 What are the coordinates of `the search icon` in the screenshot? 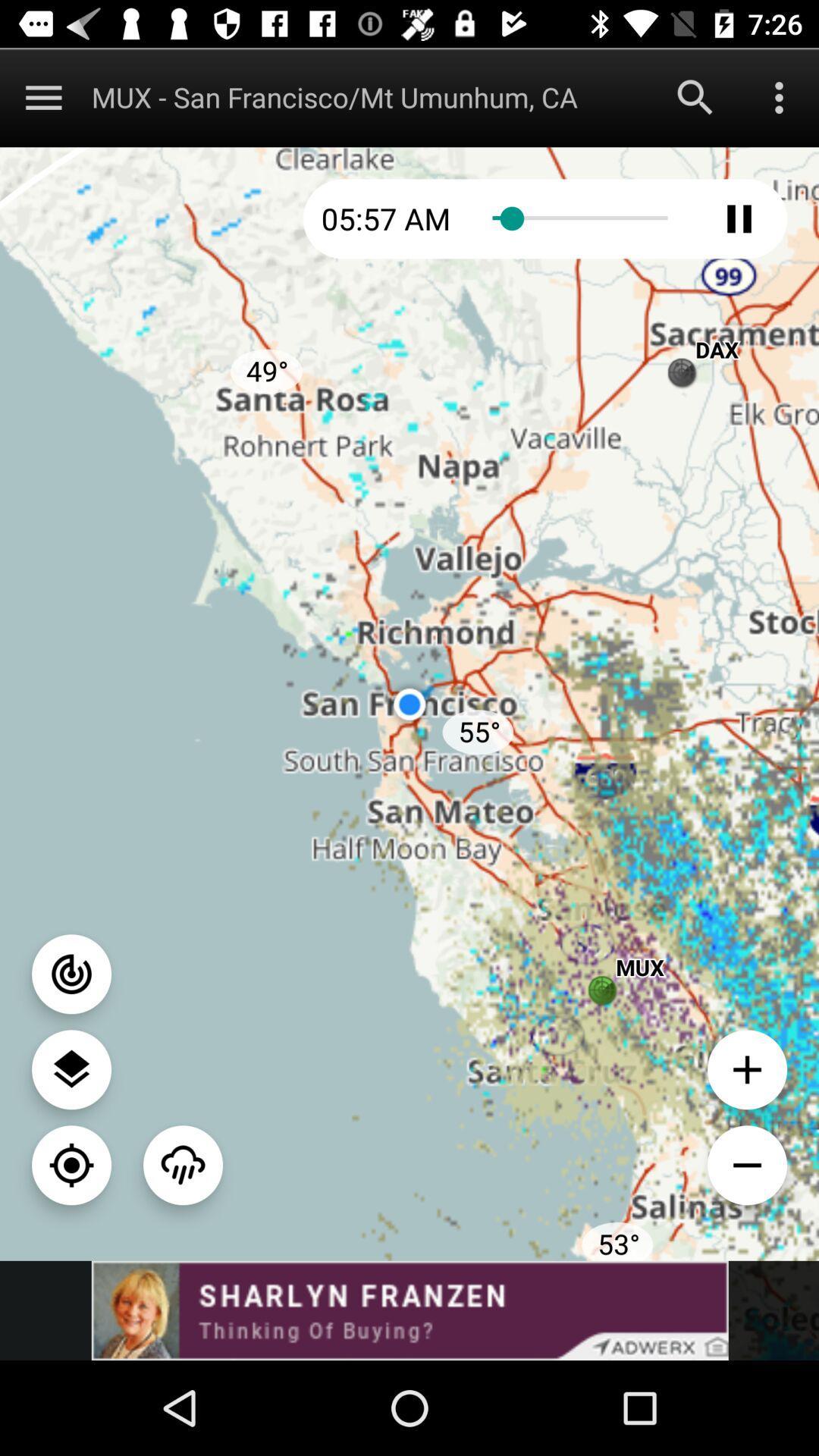 It's located at (695, 96).